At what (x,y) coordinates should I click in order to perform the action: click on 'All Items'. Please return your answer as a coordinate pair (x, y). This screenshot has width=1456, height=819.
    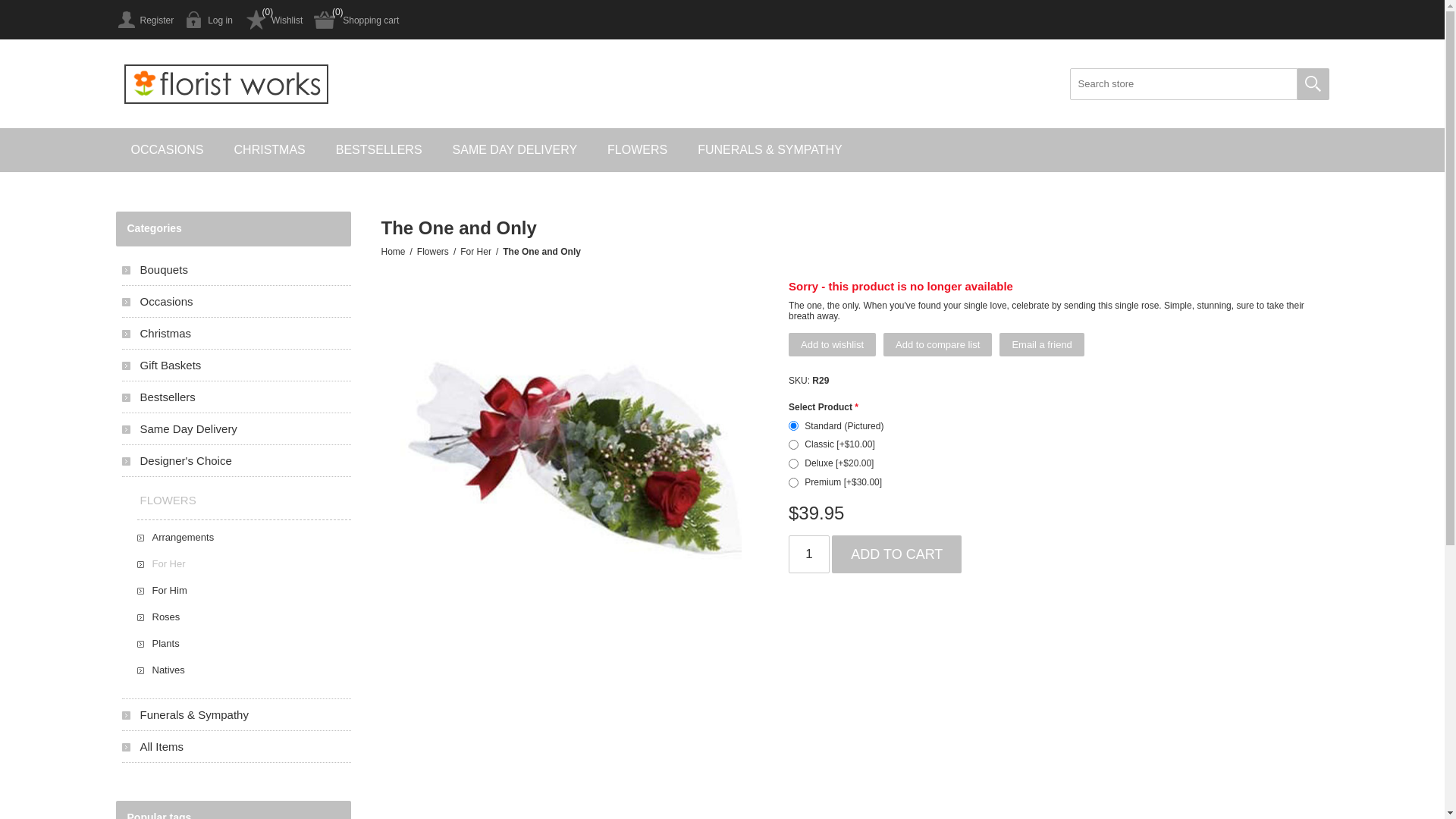
    Looking at the image, I should click on (235, 745).